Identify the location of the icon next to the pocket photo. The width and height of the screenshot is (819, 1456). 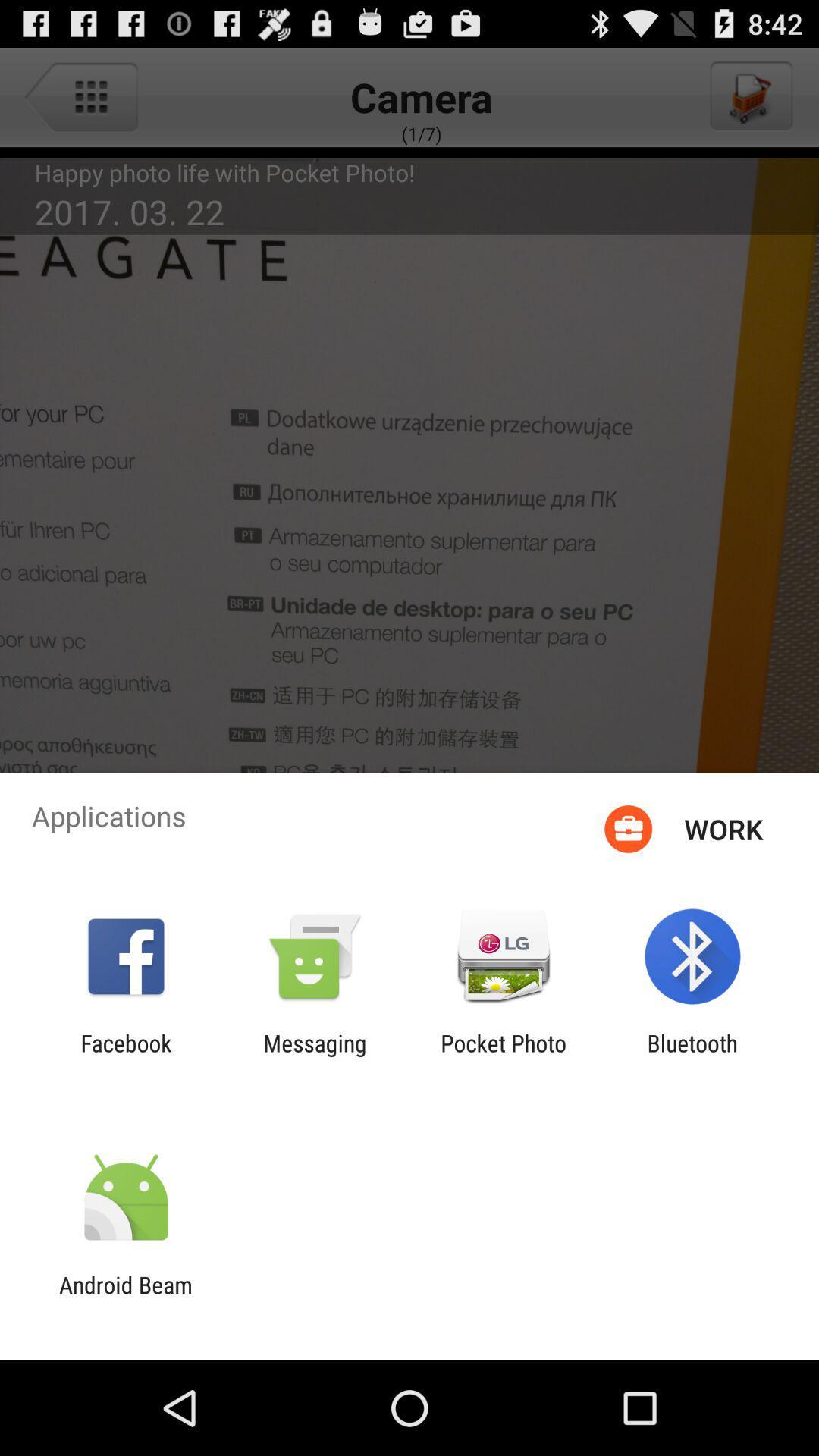
(692, 1056).